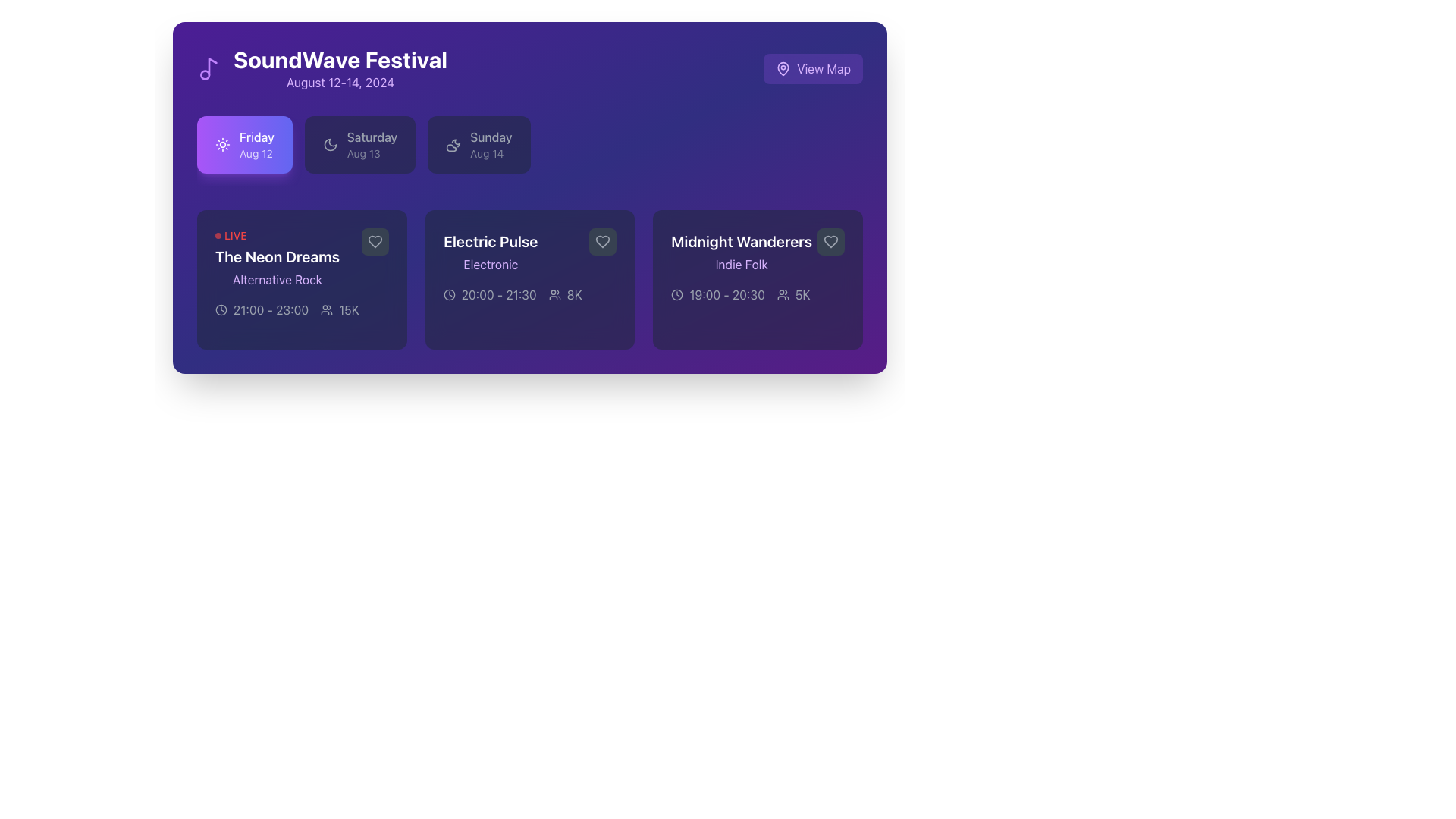 This screenshot has height=819, width=1456. I want to click on the non-interactive label displaying '15K' and the user icon, located in the third column of the event card, below the title 'The Neon Dreams' and to the right of the '21:00 - 23:00' label, so click(339, 309).